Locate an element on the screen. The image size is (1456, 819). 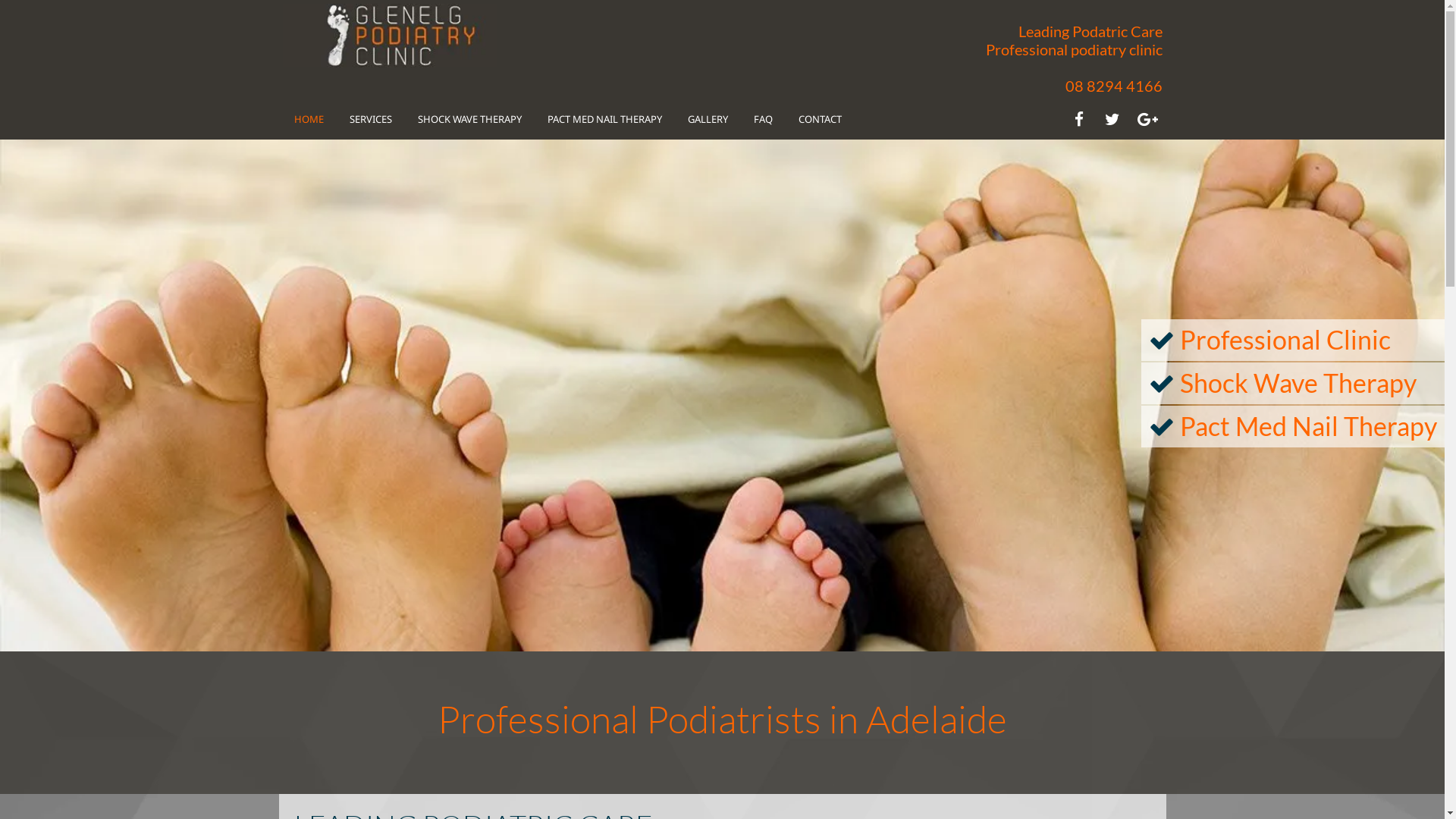
'glenelg podiatry logo' is located at coordinates (389, 34).